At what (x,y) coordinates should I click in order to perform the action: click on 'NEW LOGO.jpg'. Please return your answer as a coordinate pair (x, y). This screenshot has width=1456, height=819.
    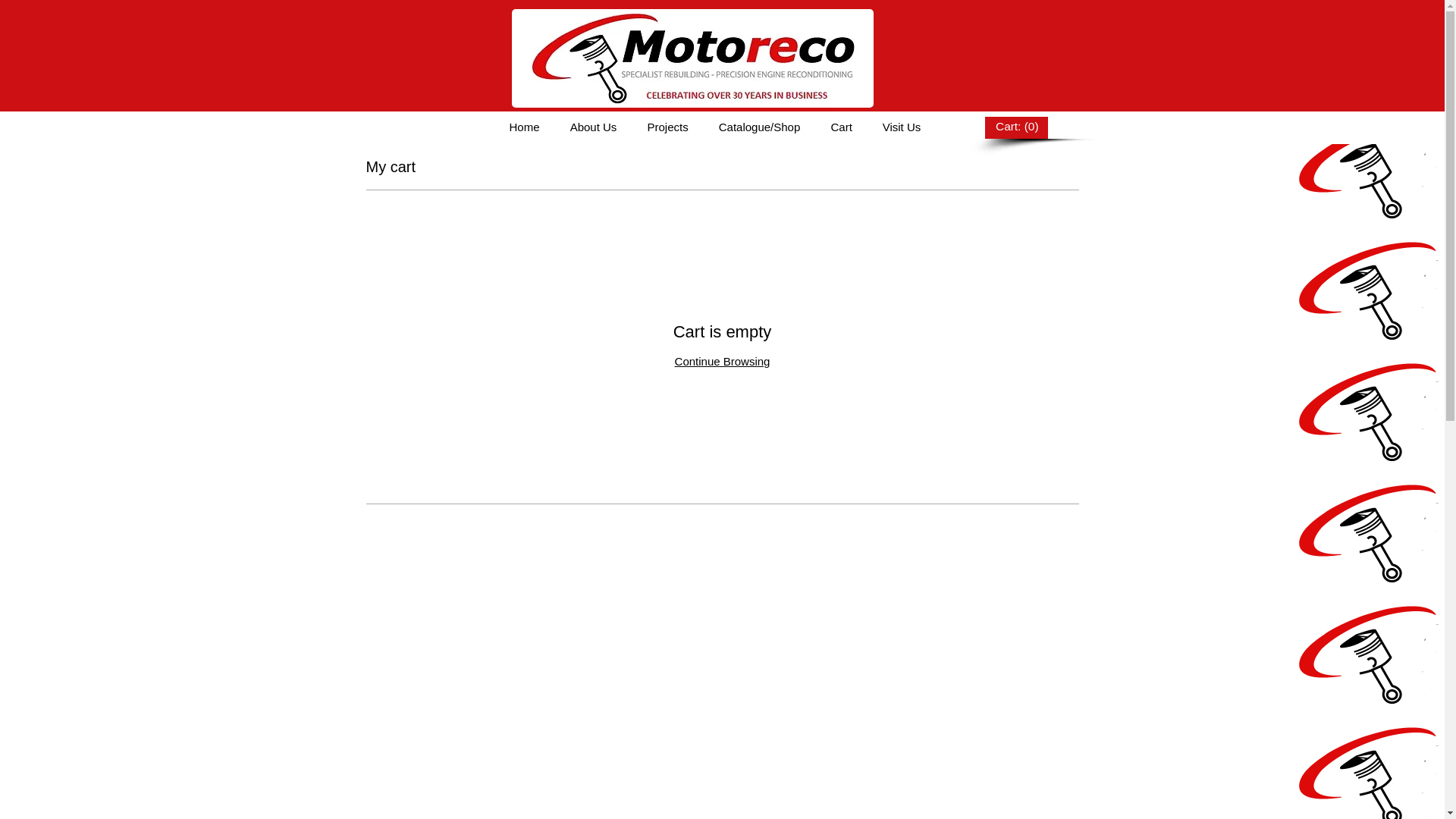
    Looking at the image, I should click on (691, 58).